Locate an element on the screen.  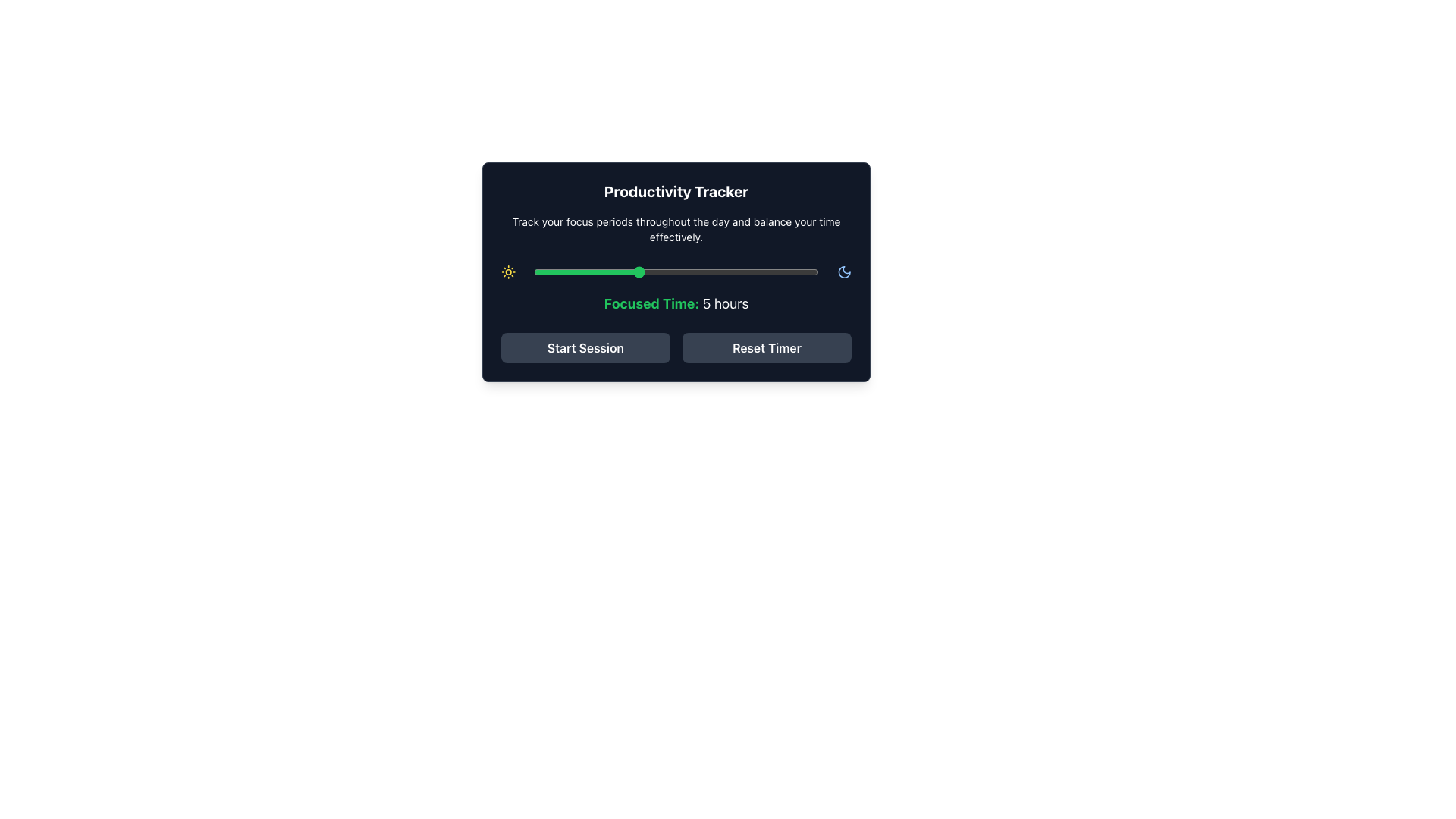
the focus duration is located at coordinates (637, 271).